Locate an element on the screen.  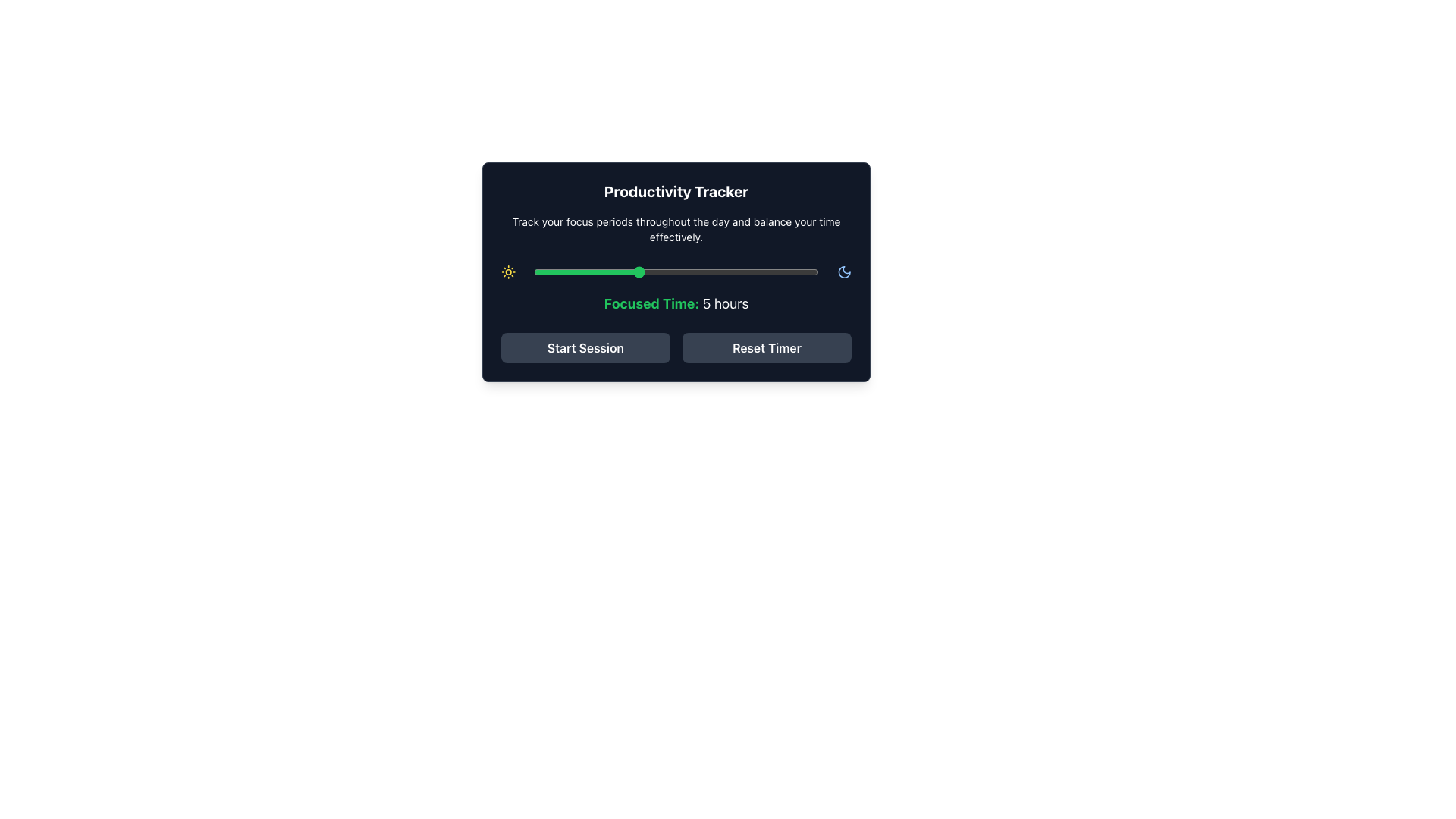
the focus duration is located at coordinates (637, 271).